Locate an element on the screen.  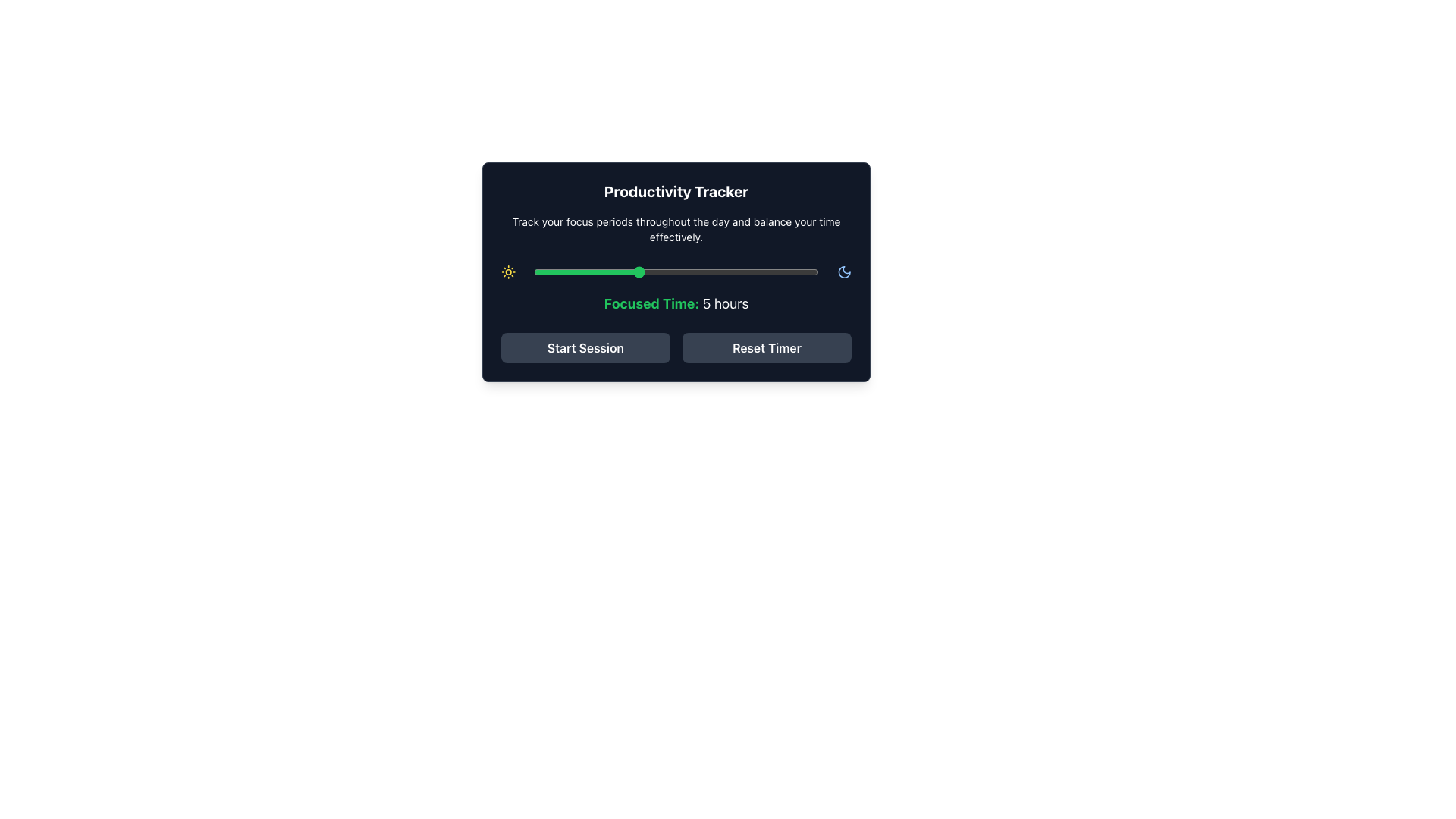
the focus duration is located at coordinates (637, 271).